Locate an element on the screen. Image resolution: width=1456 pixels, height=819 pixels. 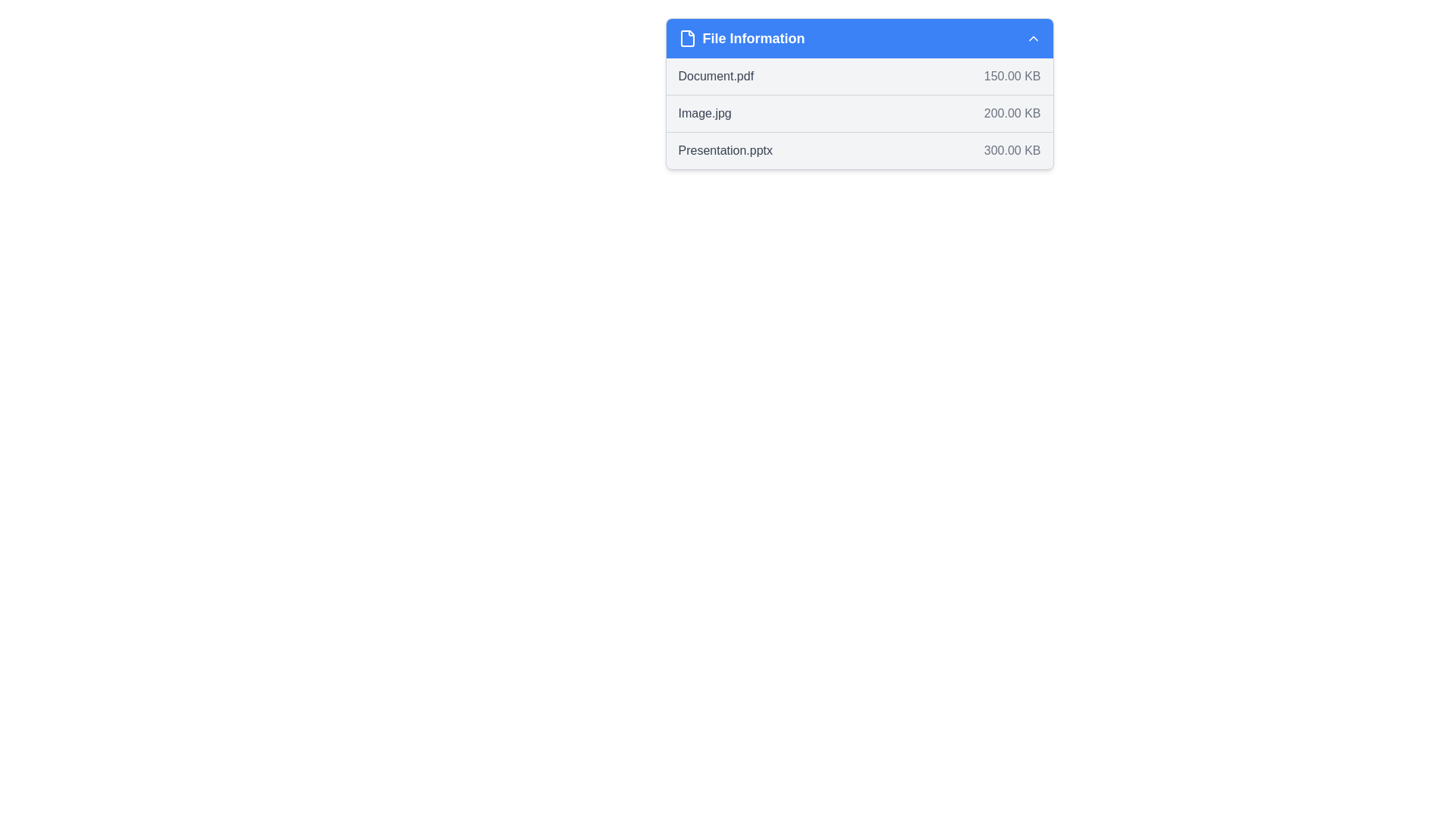
the text label displaying '150.00 KB' in gray font color, positioned at the far-right end of the row corresponding to 'Document.pdf' is located at coordinates (1012, 76).